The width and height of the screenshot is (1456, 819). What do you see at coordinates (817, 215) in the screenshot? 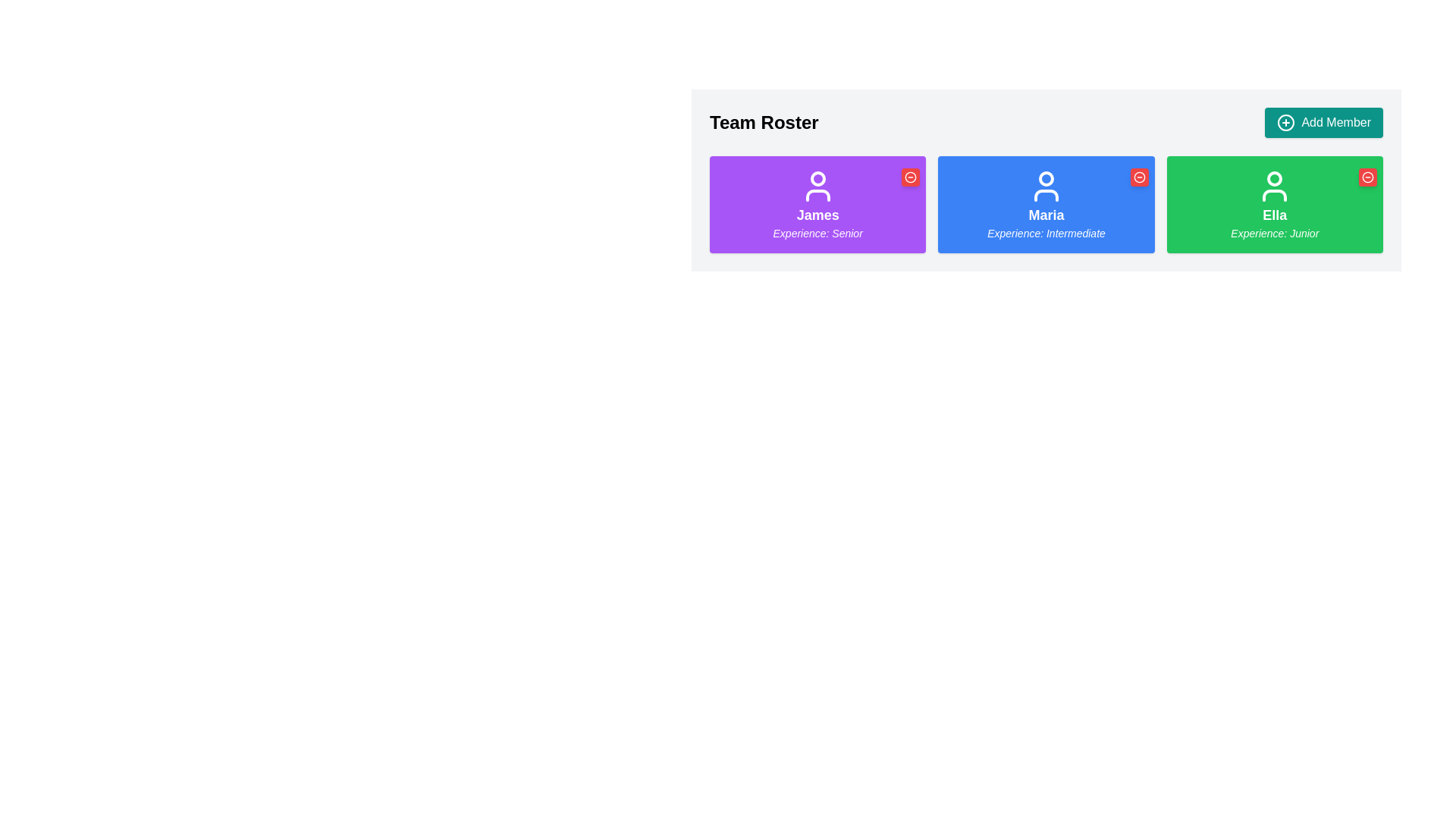
I see `the user name displayed` at bounding box center [817, 215].